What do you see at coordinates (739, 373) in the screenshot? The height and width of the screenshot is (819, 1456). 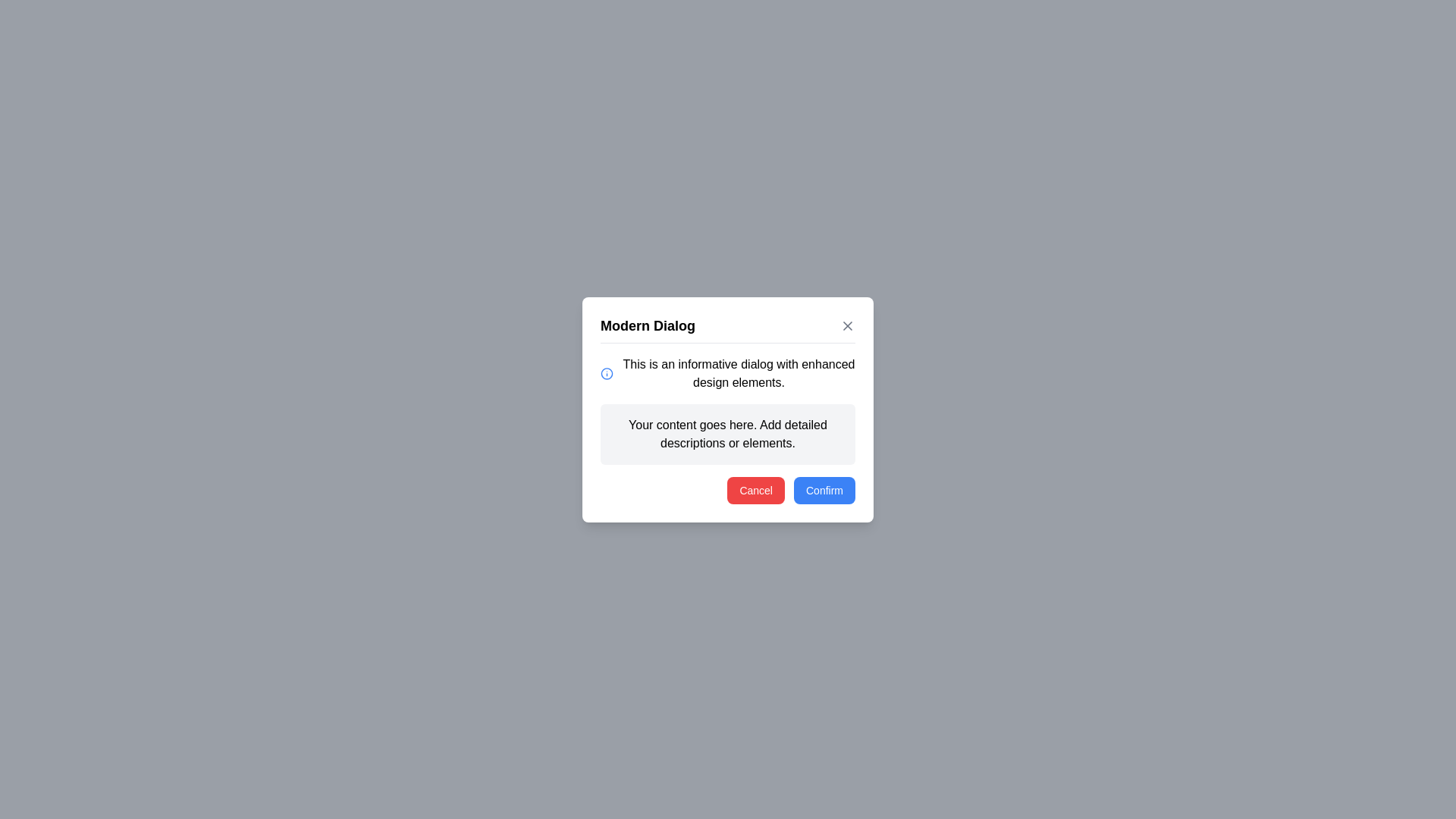 I see `the text block that provides additional context or explanatory information for the dialog box, located below the title 'Modern Dialog' and aligned to the right of an icon` at bounding box center [739, 373].